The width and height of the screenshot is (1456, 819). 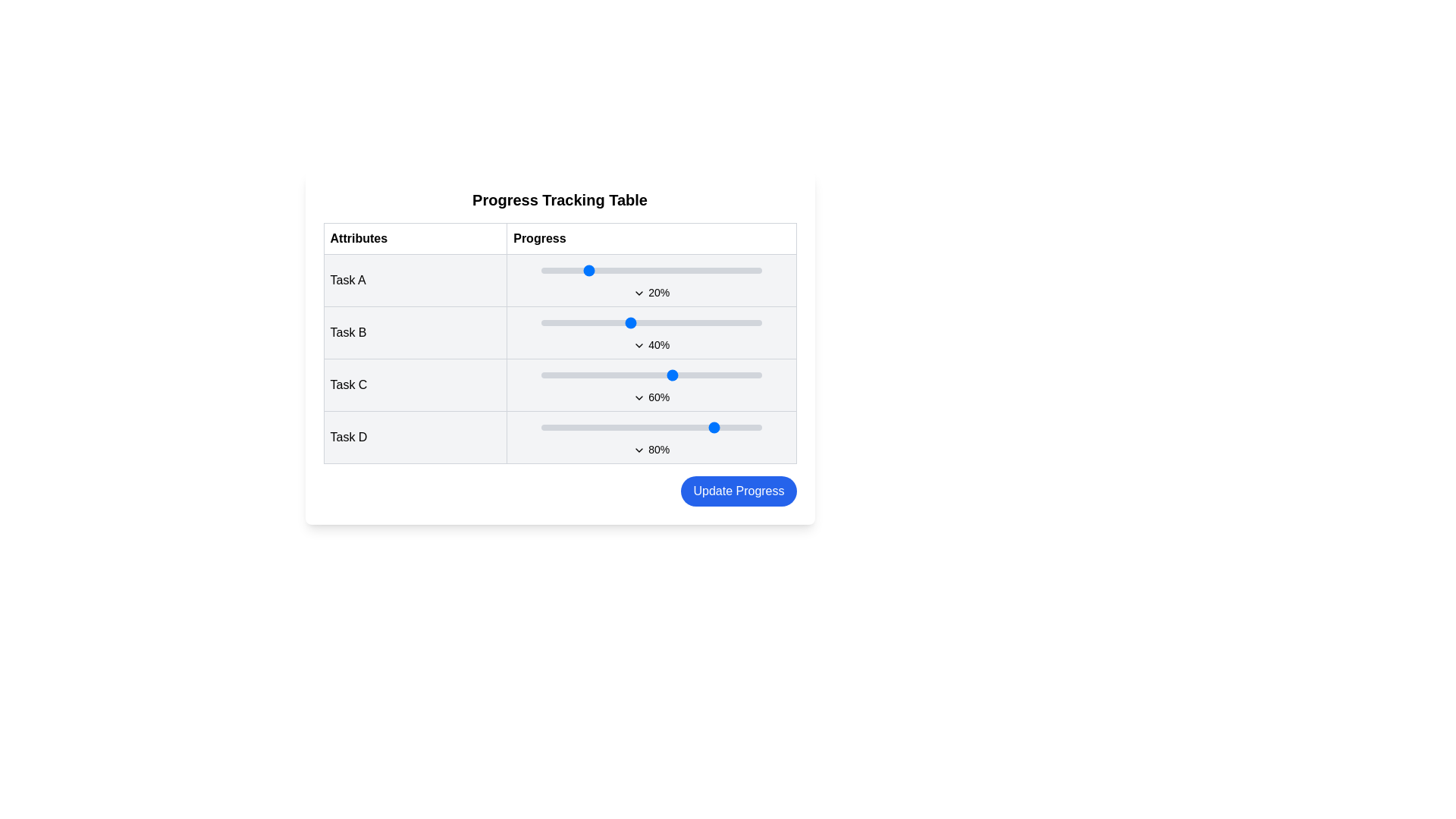 I want to click on the small triangular-shaped downward arrow icon located below the progress bar and percentage label ('20%') in the 'Task A' section of the 'Progress Tracking Table', so click(x=651, y=281).